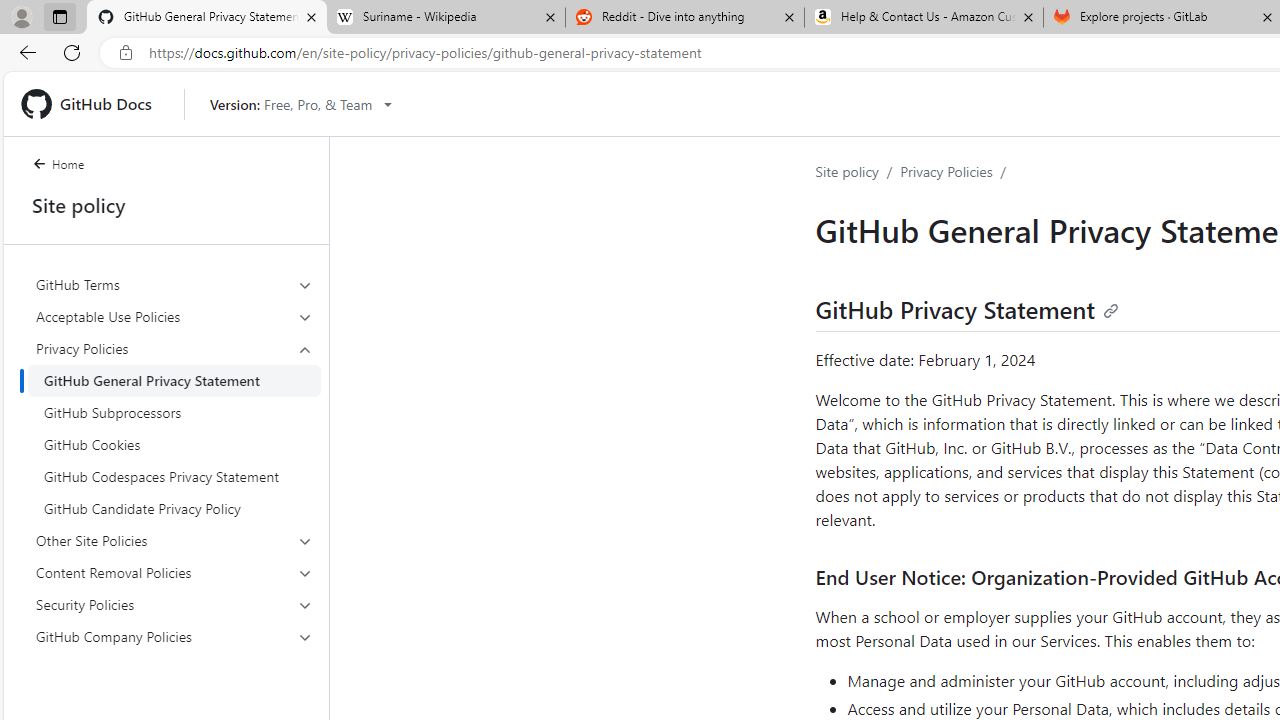 This screenshot has height=720, width=1280. What do you see at coordinates (174, 443) in the screenshot?
I see `'GitHub Cookies'` at bounding box center [174, 443].